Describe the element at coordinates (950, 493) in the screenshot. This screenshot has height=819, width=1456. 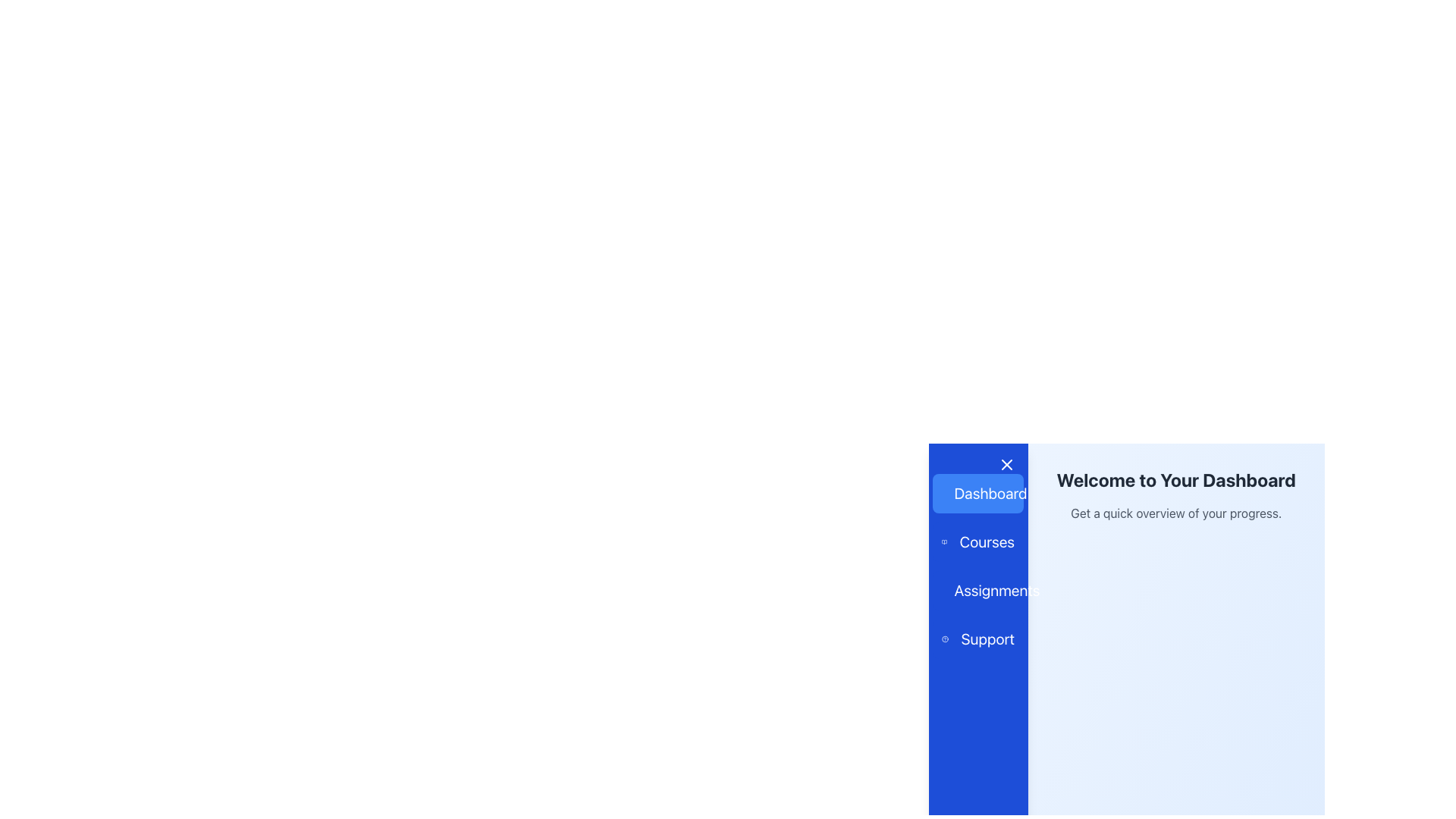
I see `the house-shaped icon located in the left-side menu panel, beside the 'Dashboard' label` at that location.